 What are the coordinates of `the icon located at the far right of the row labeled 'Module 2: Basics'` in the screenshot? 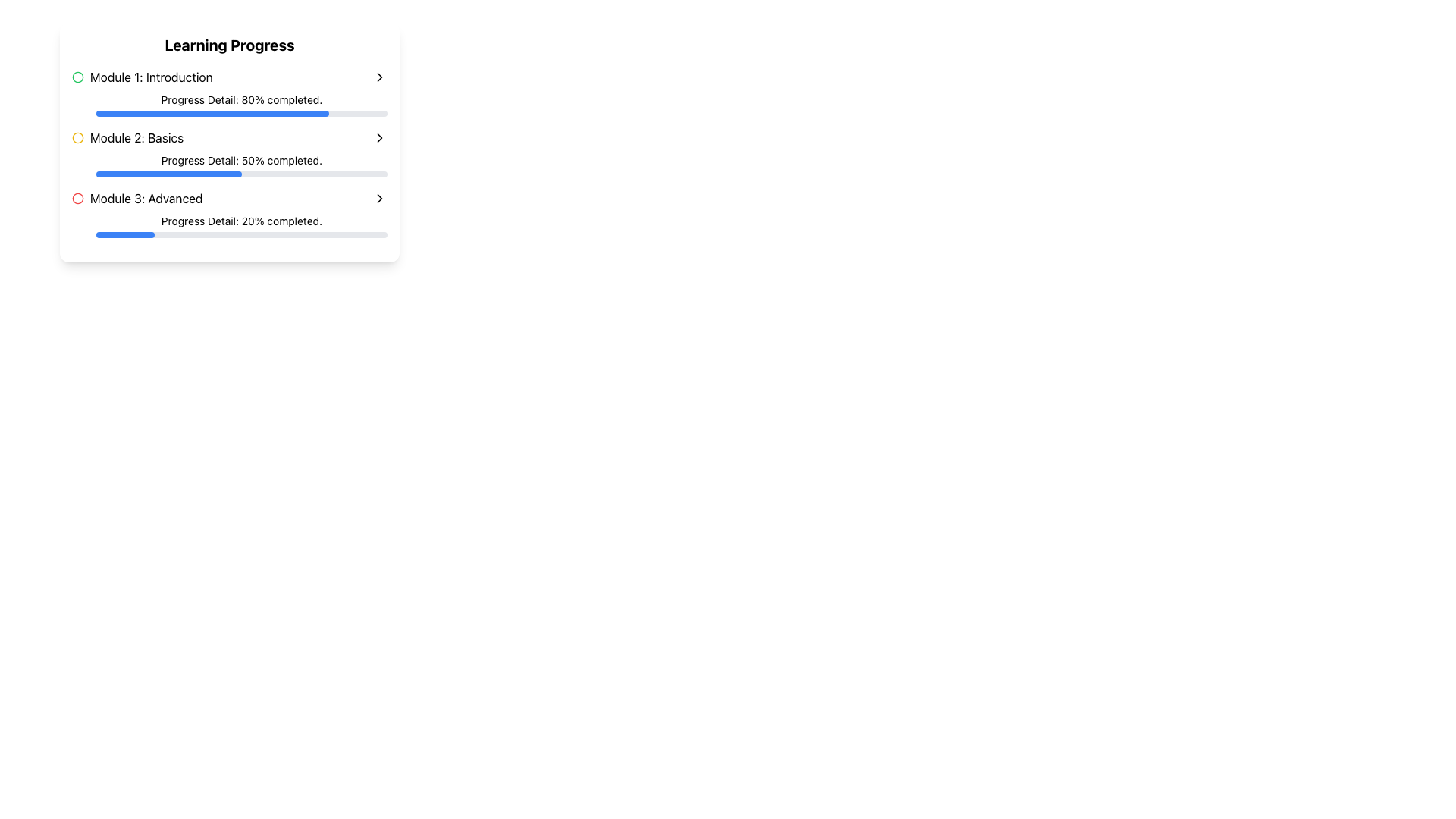 It's located at (379, 137).